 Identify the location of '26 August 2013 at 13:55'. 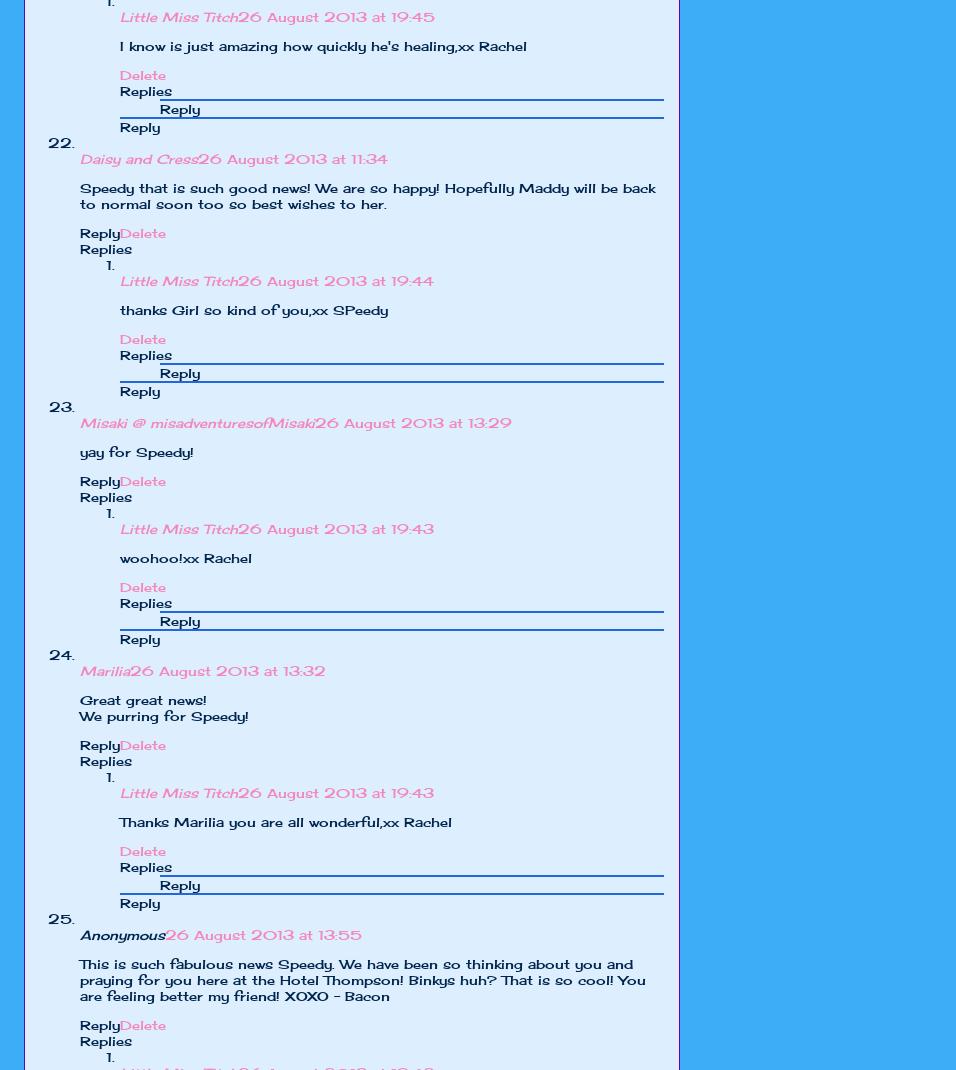
(262, 933).